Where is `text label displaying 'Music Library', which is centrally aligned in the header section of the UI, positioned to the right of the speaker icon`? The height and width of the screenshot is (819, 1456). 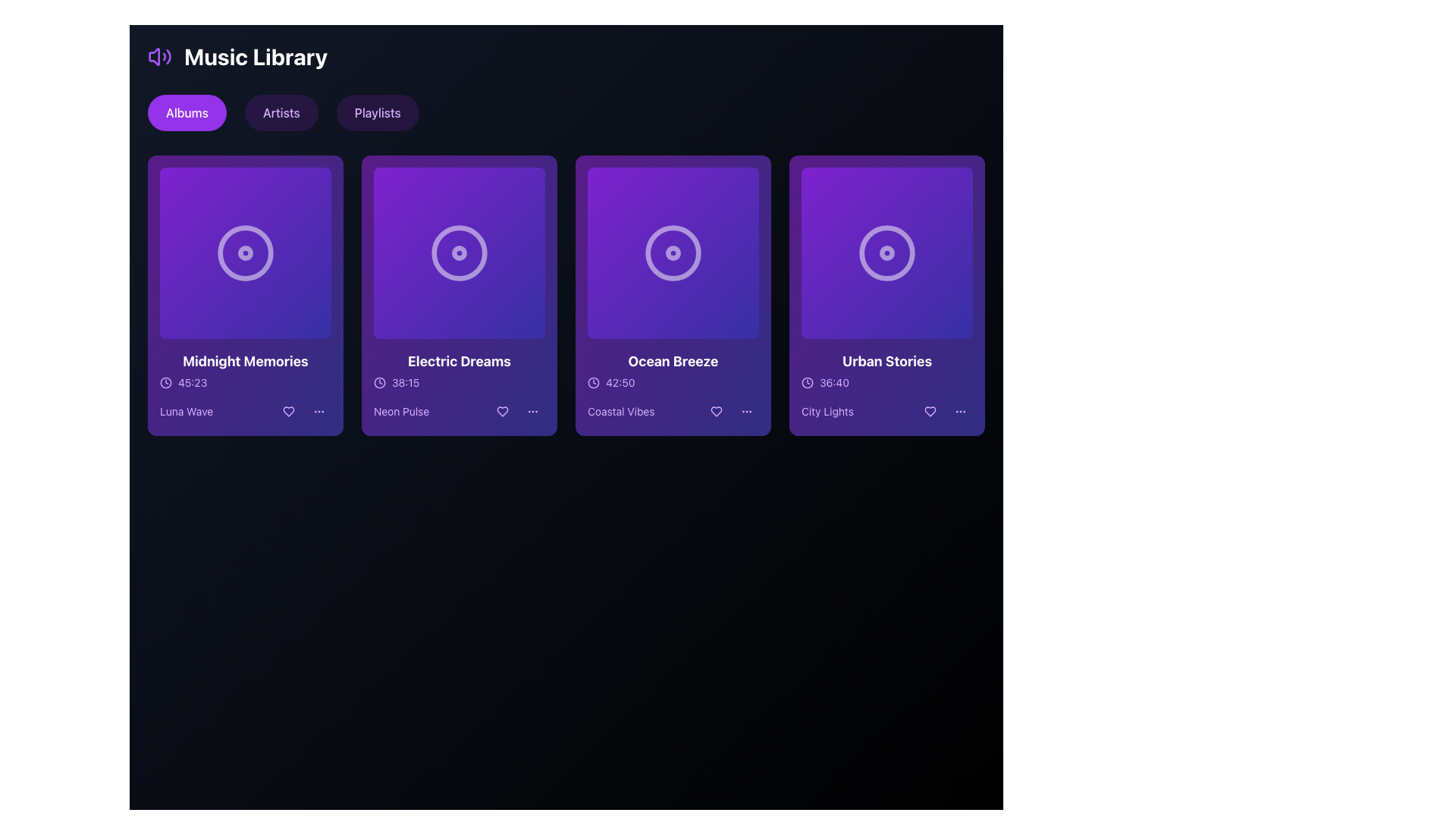 text label displaying 'Music Library', which is centrally aligned in the header section of the UI, positioned to the right of the speaker icon is located at coordinates (256, 55).